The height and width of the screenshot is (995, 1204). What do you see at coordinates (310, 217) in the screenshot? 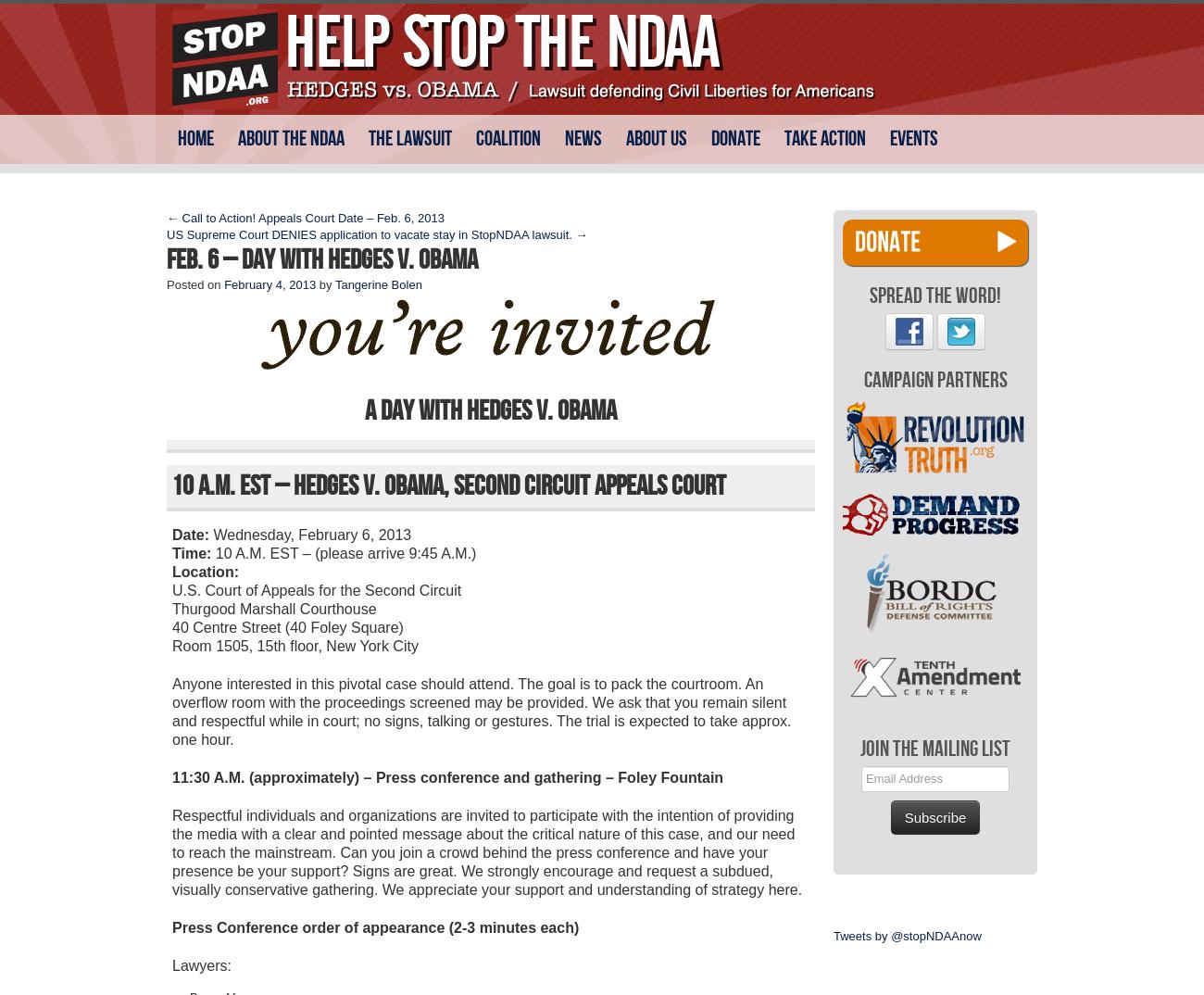
I see `'Call to Action! Appeals Court Date – Feb. 6, 2013'` at bounding box center [310, 217].